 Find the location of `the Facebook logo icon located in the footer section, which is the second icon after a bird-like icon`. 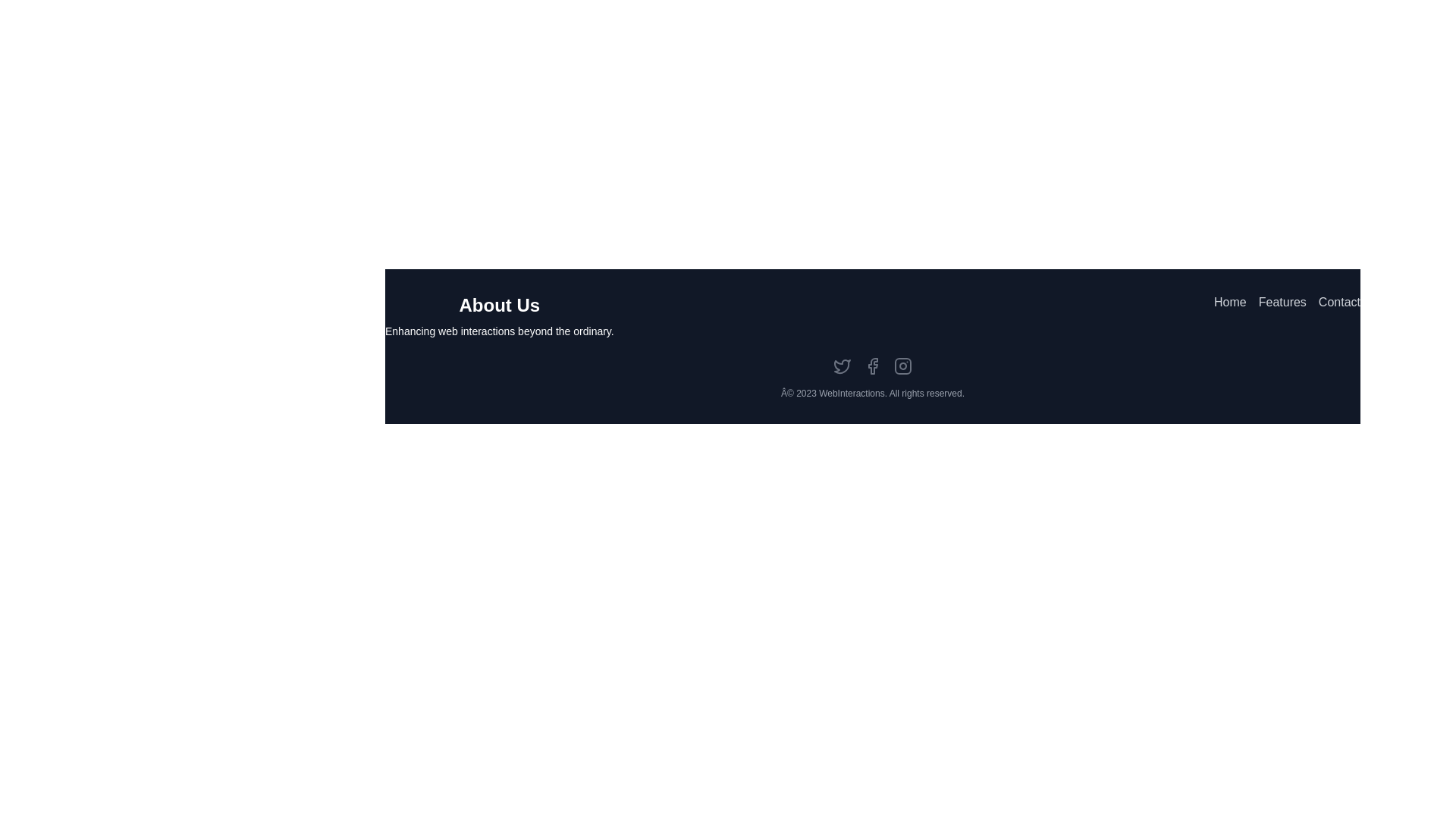

the Facebook logo icon located in the footer section, which is the second icon after a bird-like icon is located at coordinates (873, 366).